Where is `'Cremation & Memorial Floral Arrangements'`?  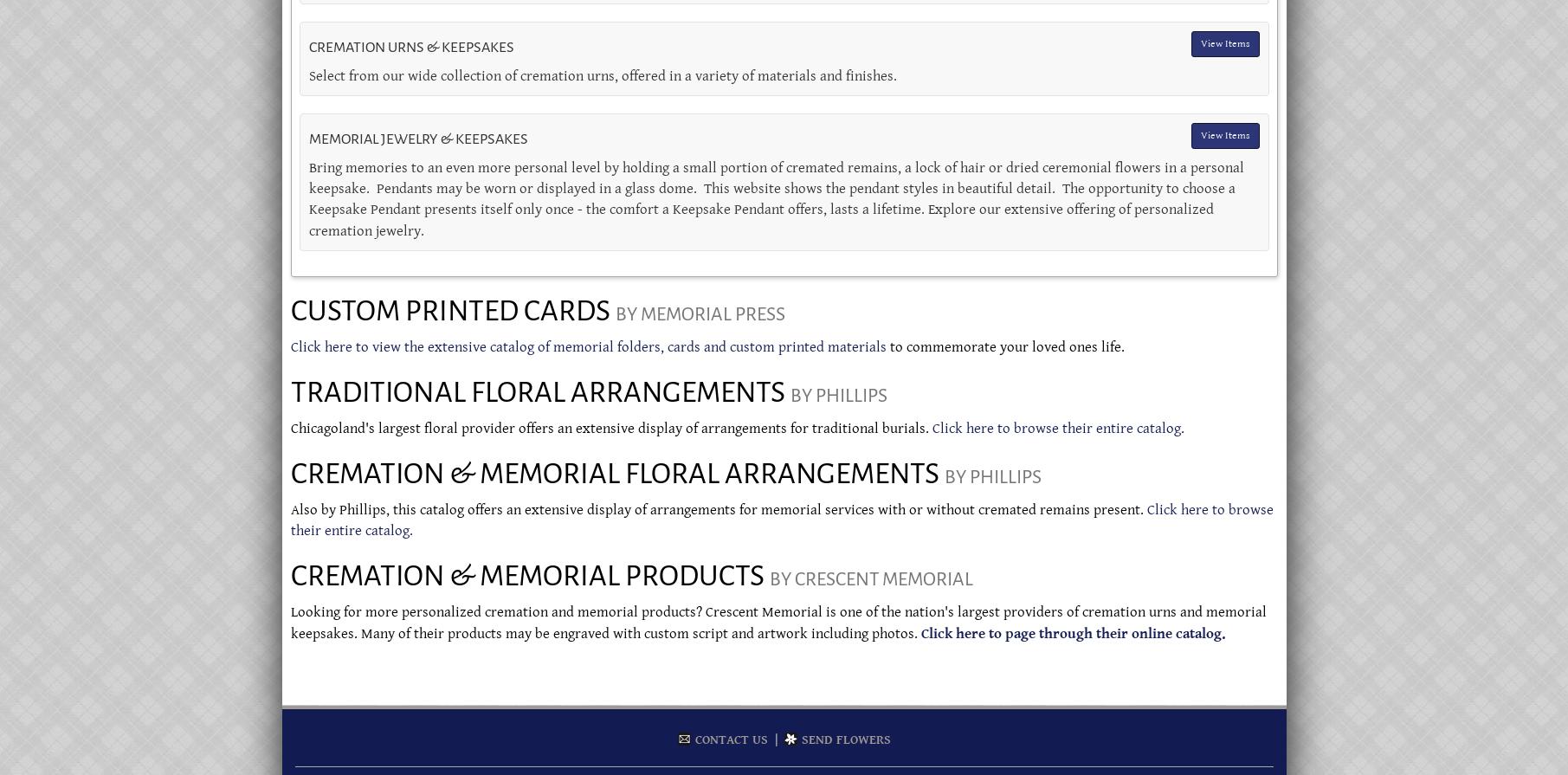
'Cremation & Memorial Floral Arrangements' is located at coordinates (289, 472).